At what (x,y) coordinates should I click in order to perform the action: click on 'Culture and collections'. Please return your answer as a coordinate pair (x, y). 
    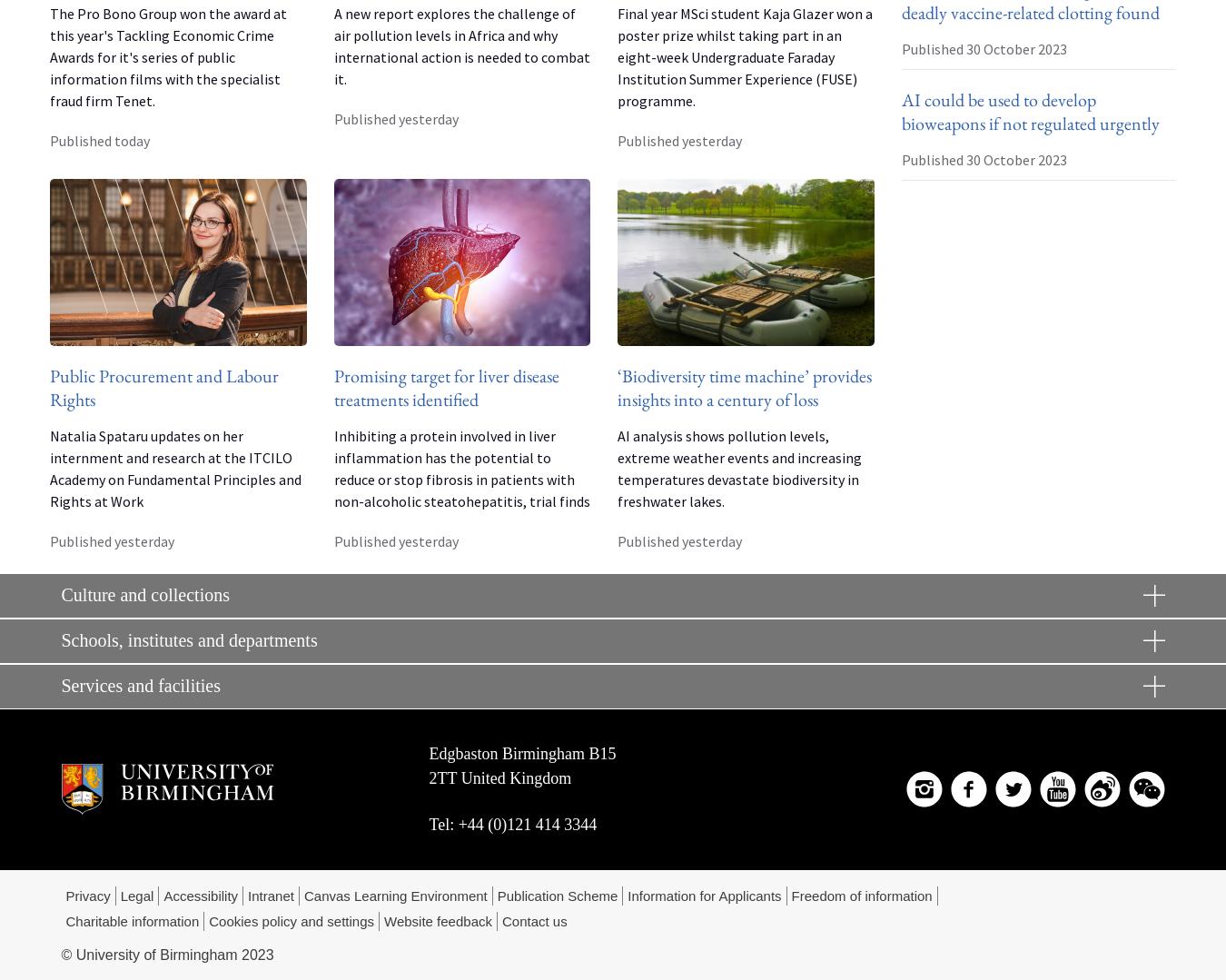
    Looking at the image, I should click on (144, 593).